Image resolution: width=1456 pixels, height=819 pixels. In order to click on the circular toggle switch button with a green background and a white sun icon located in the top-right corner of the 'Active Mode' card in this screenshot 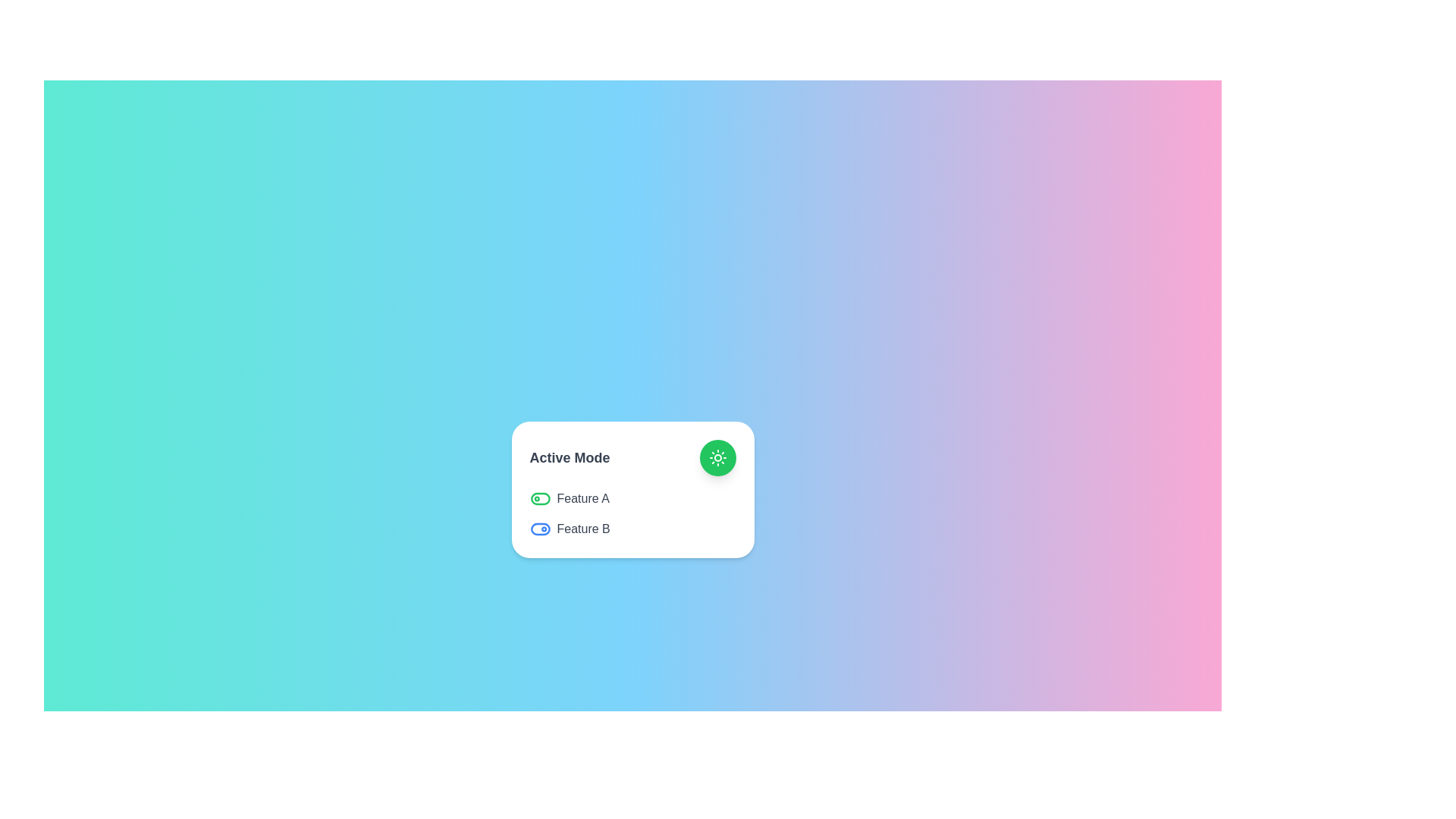, I will do `click(717, 457)`.